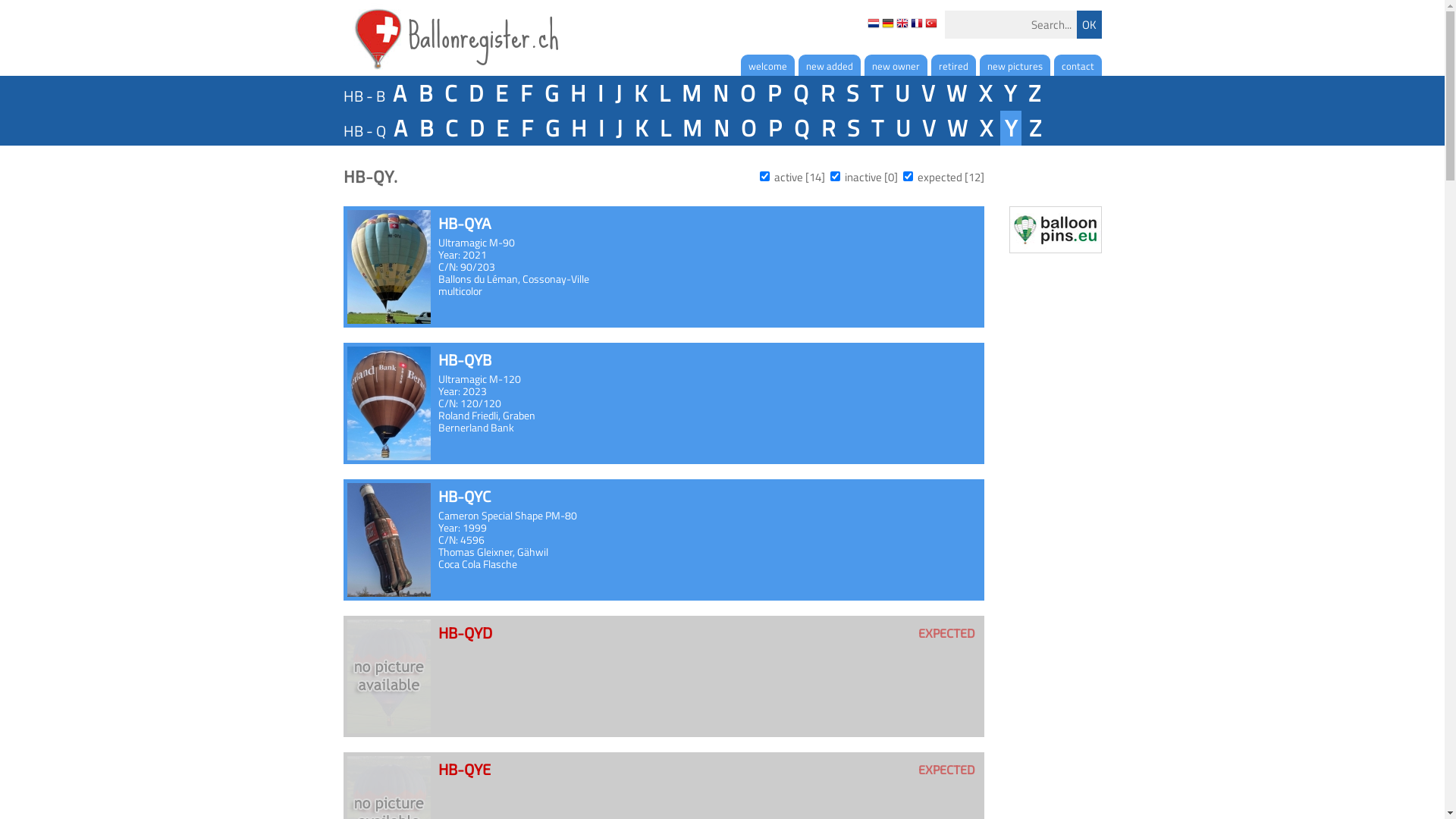 This screenshot has width=1456, height=819. I want to click on 'U', so click(890, 127).